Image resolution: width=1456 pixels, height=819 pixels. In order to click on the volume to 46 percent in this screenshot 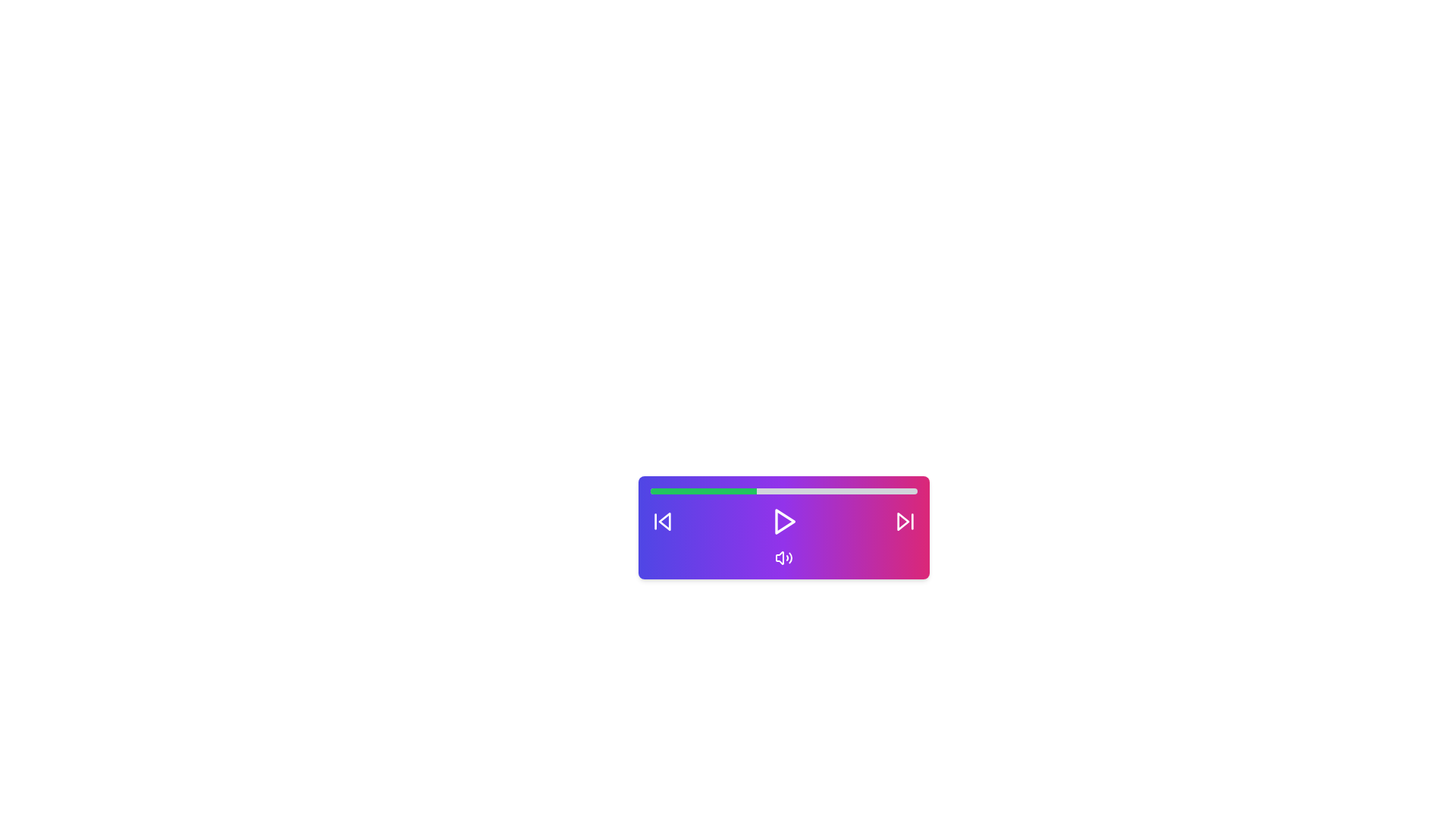, I will do `click(773, 491)`.